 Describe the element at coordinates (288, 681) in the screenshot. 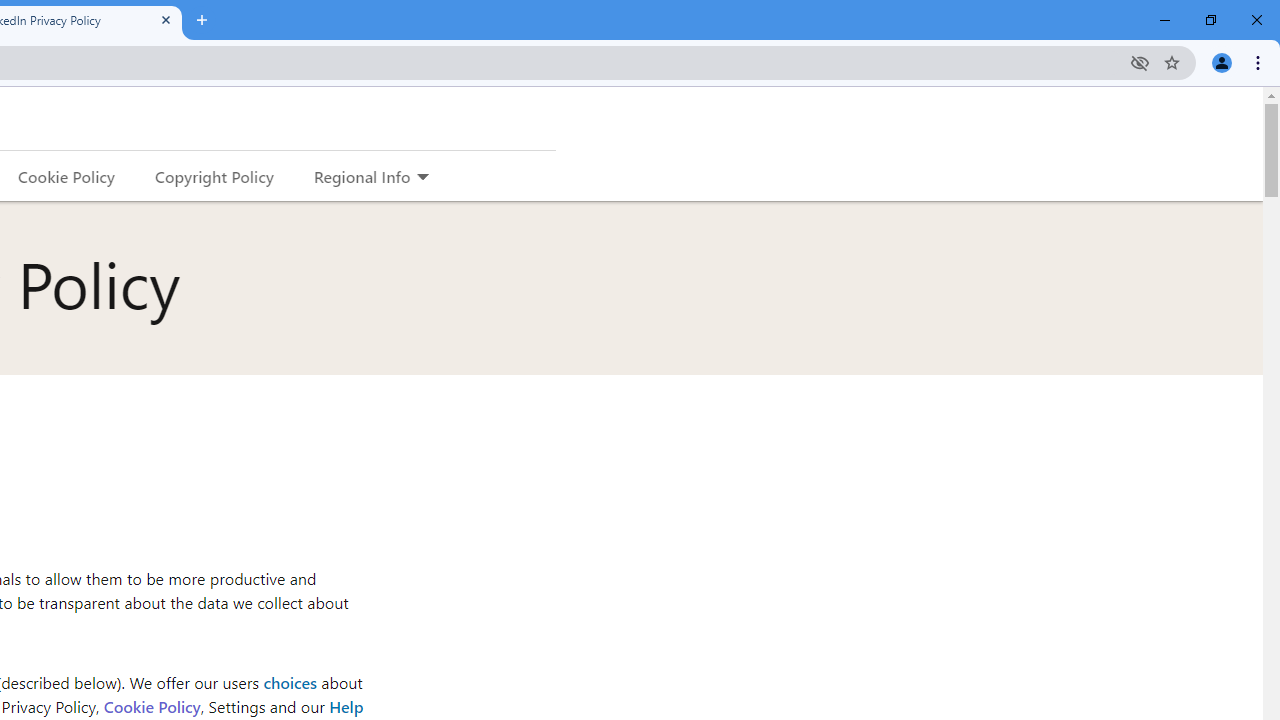

I see `'choices'` at that location.